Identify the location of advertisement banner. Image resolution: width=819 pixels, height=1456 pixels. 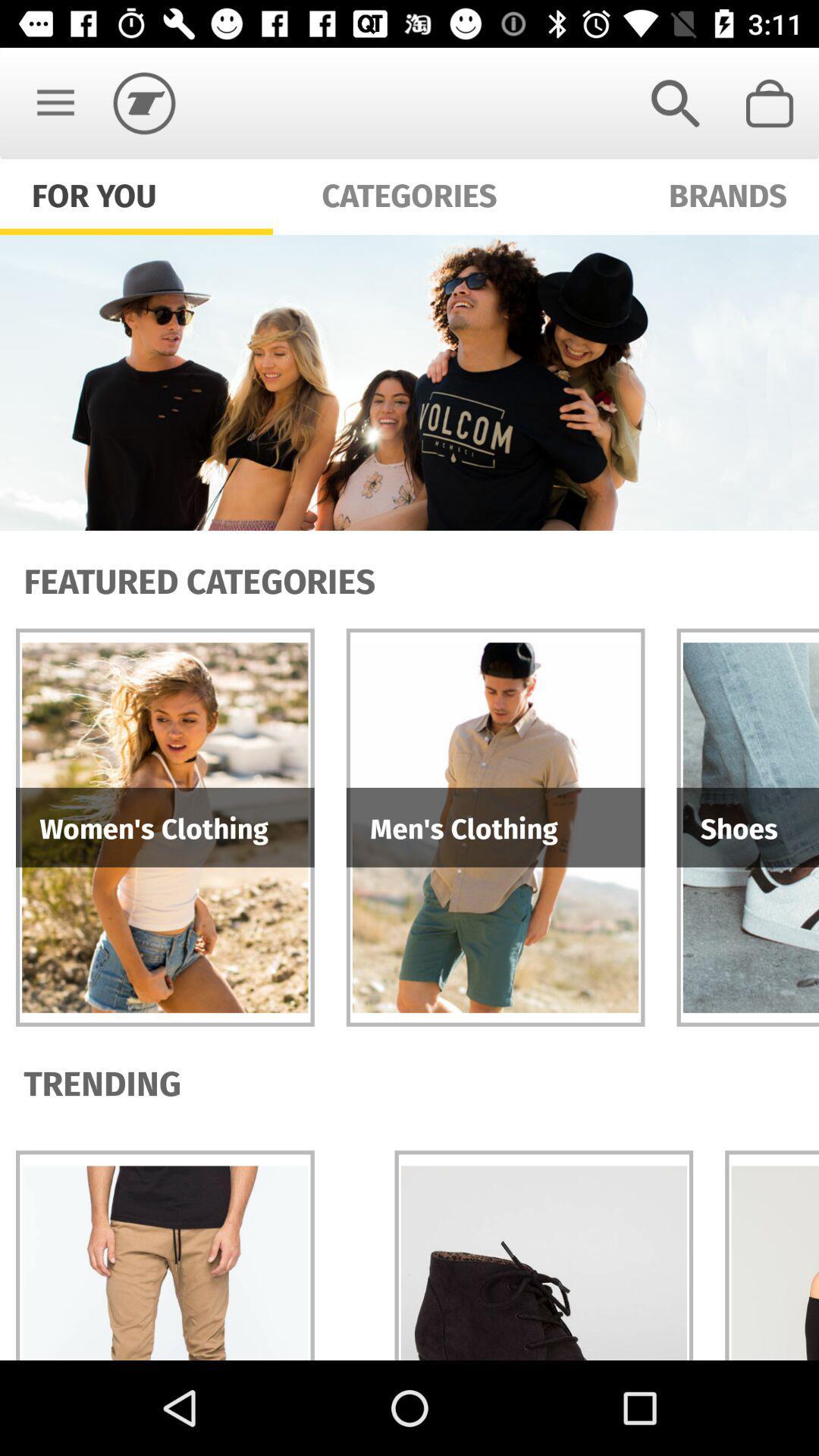
(409, 382).